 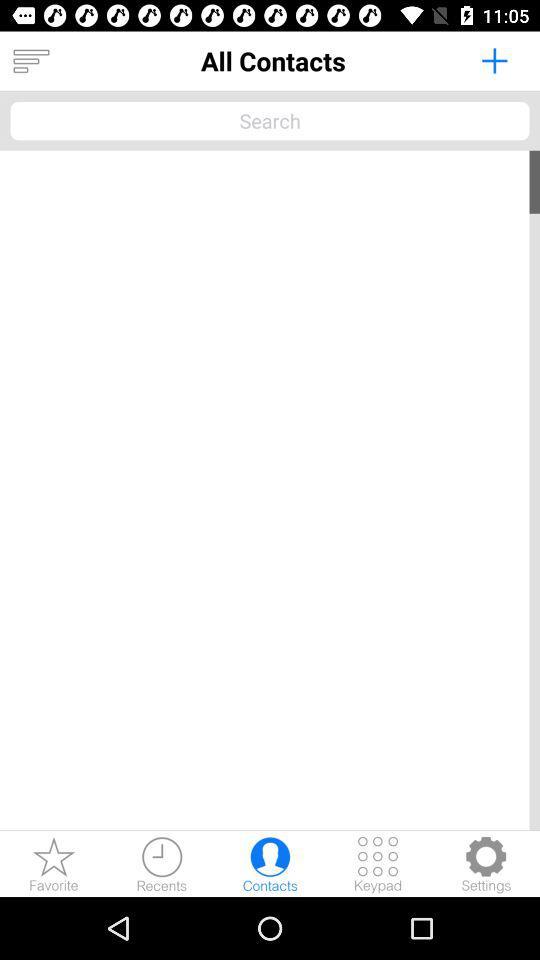 I want to click on the item at the top right corner, so click(x=493, y=59).